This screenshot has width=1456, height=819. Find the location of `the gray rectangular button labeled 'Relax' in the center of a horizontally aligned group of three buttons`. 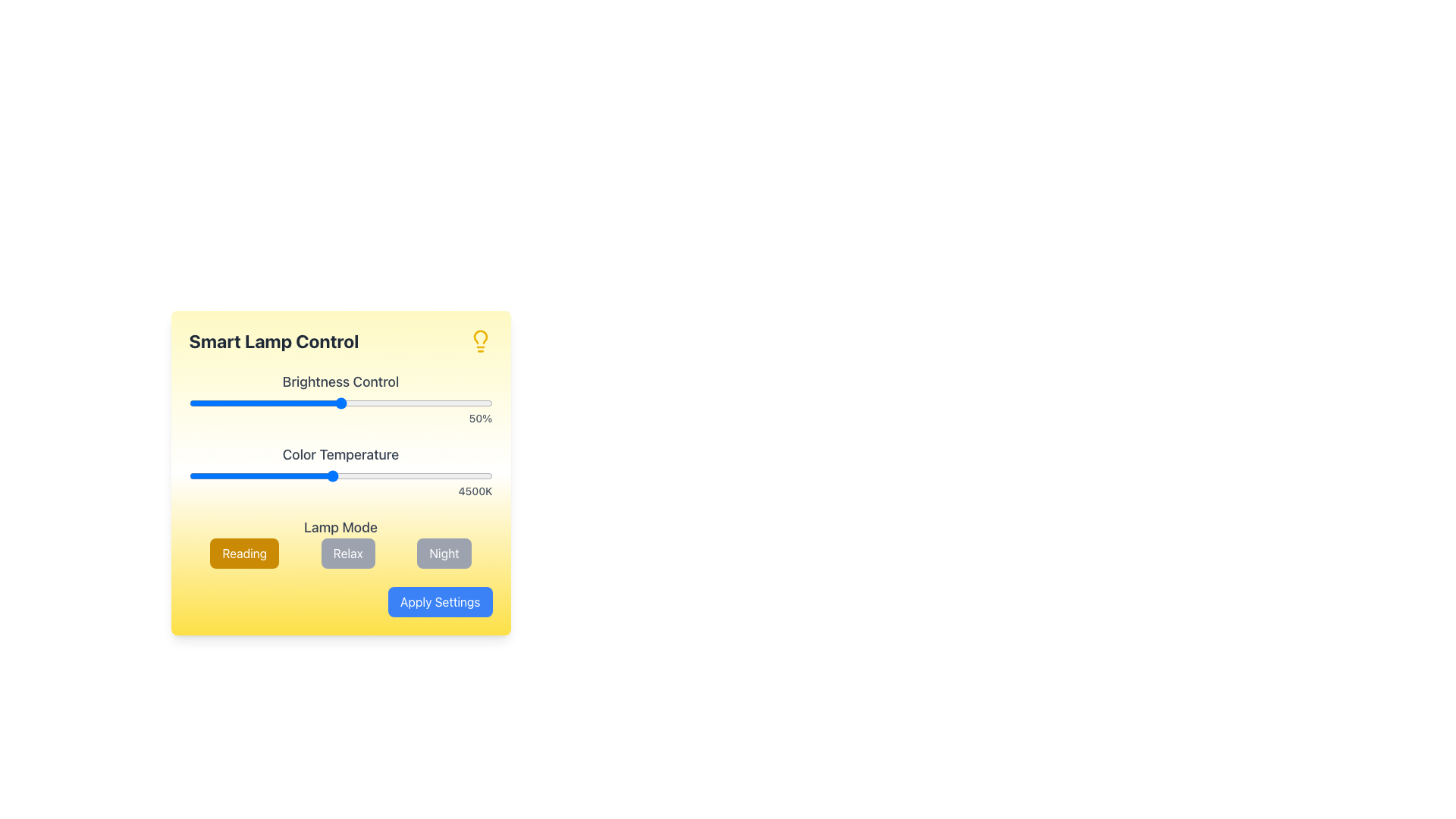

the gray rectangular button labeled 'Relax' in the center of a horizontally aligned group of three buttons is located at coordinates (347, 553).